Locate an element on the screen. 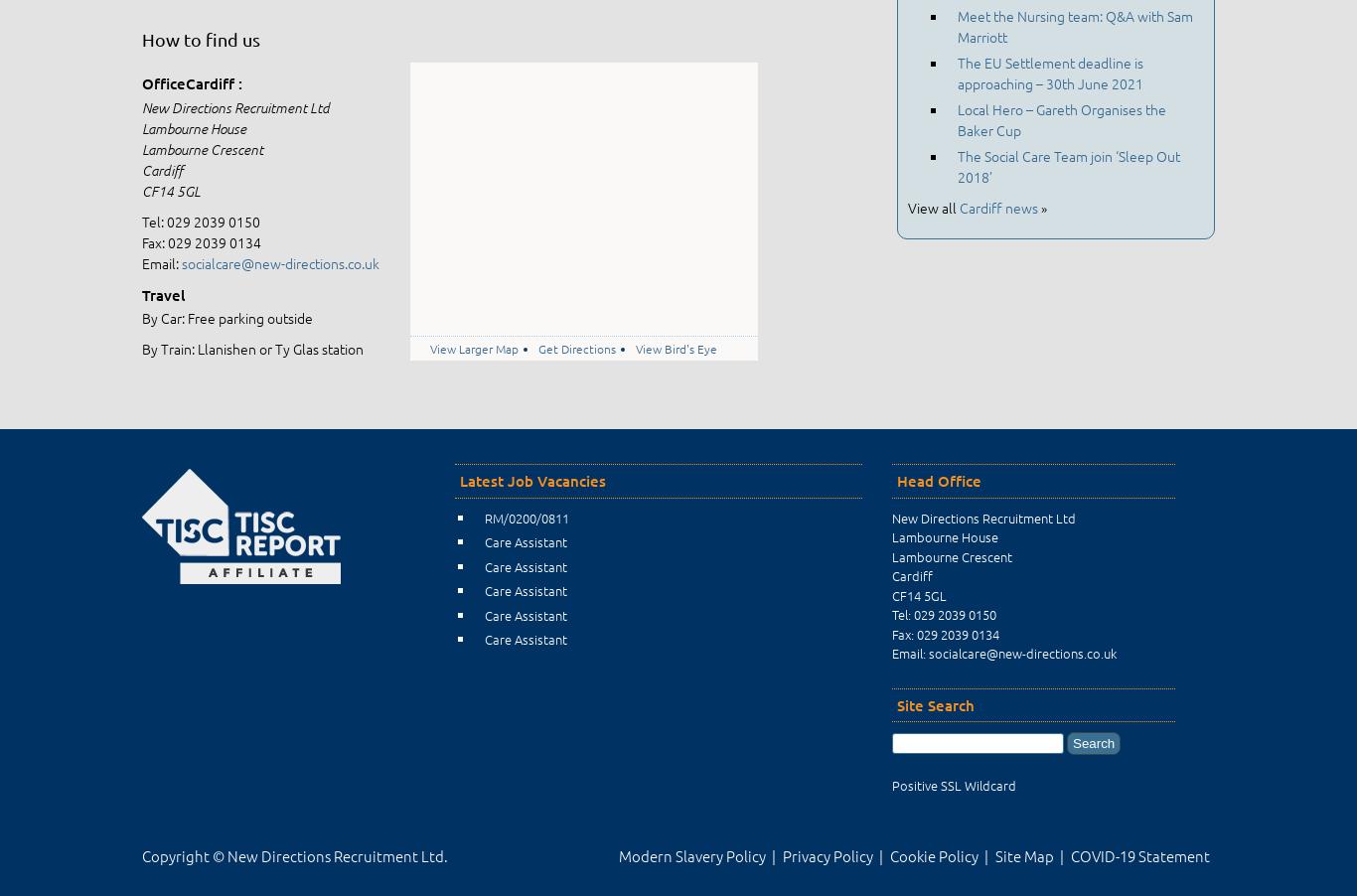  'Get Directions' is located at coordinates (575, 347).